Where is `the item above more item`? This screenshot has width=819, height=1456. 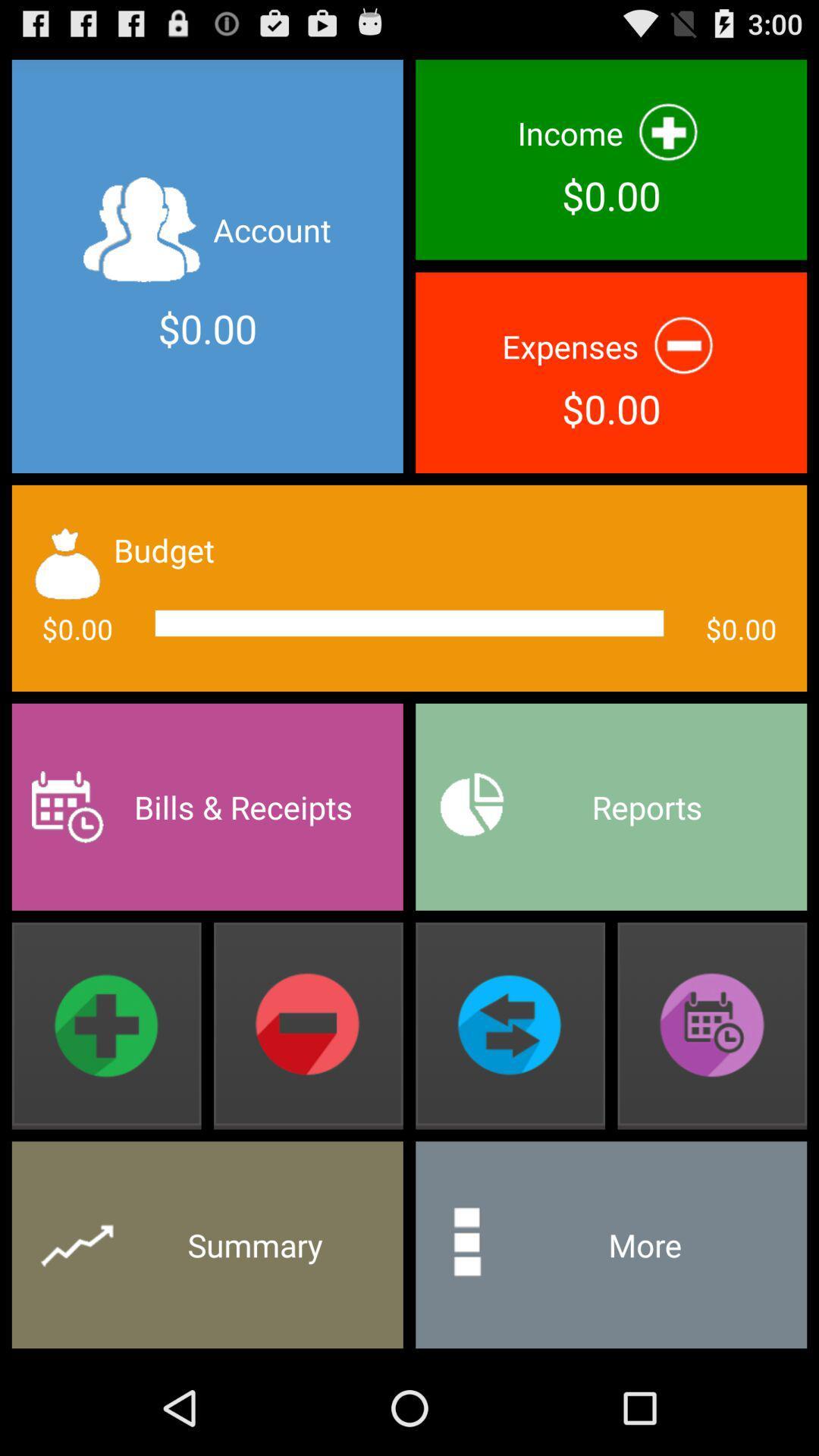
the item above more item is located at coordinates (712, 1026).